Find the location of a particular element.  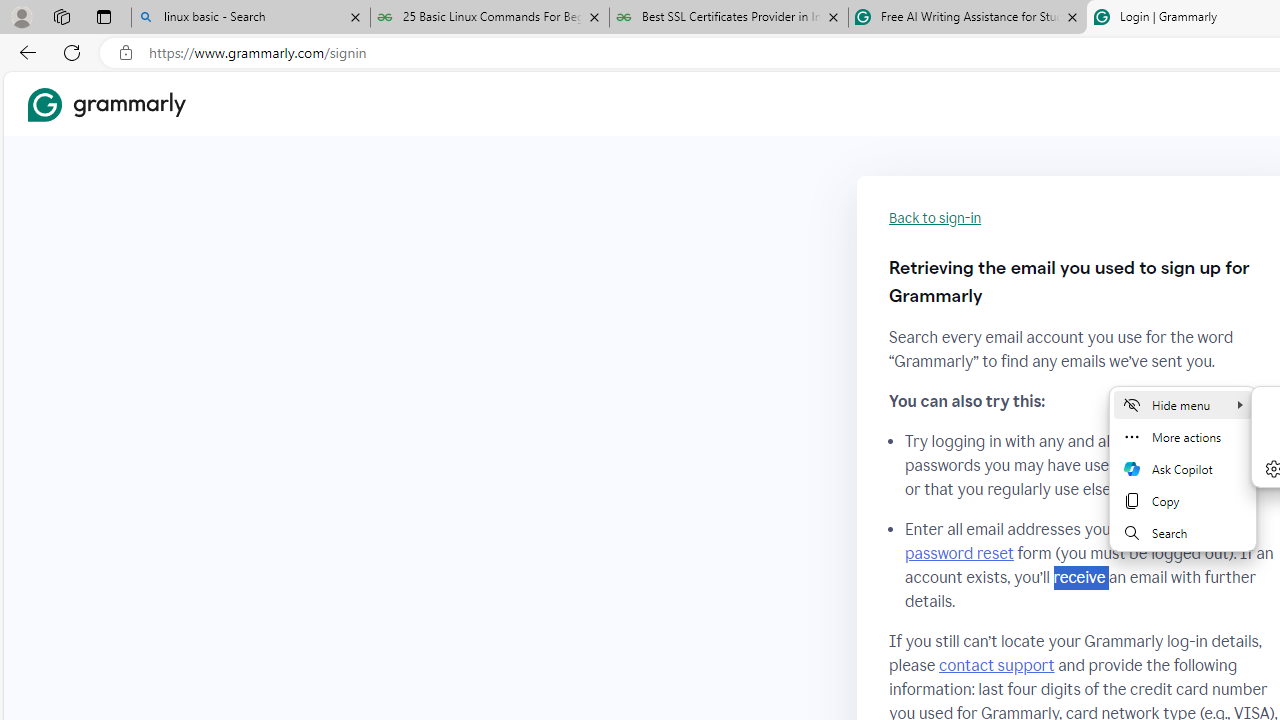

'contact support' is located at coordinates (997, 665).